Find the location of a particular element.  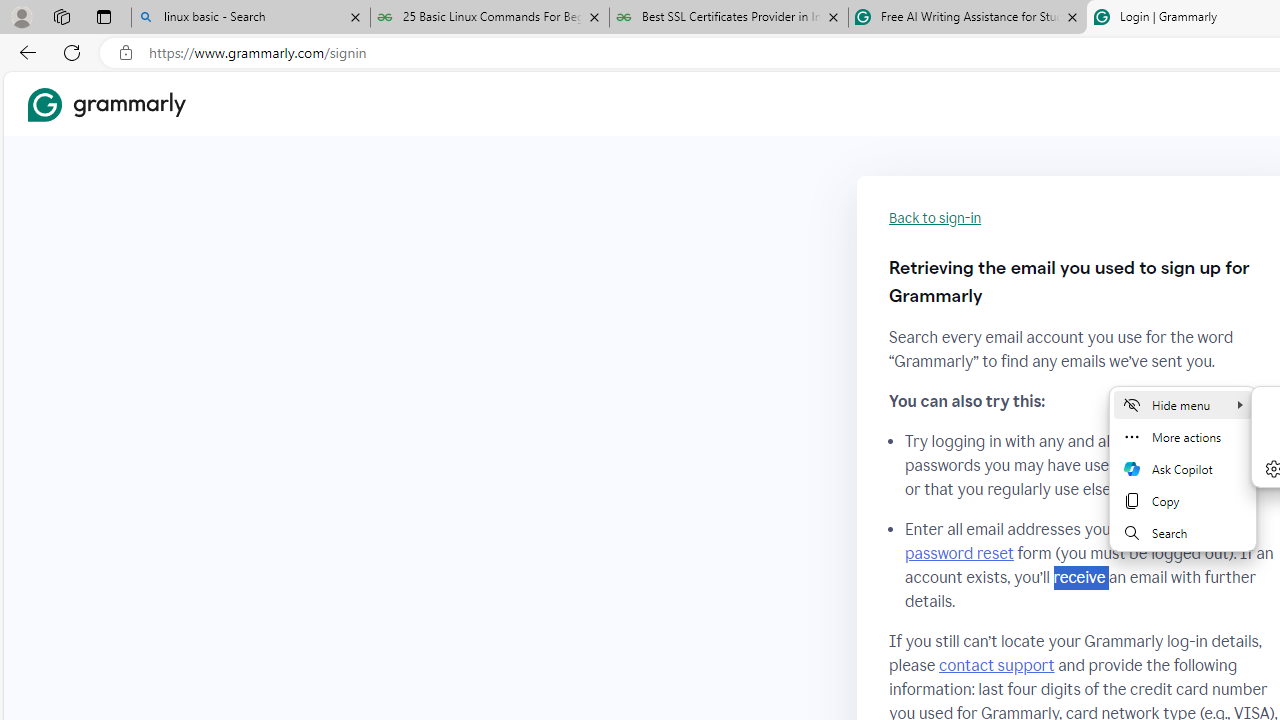

'contact support' is located at coordinates (997, 665).